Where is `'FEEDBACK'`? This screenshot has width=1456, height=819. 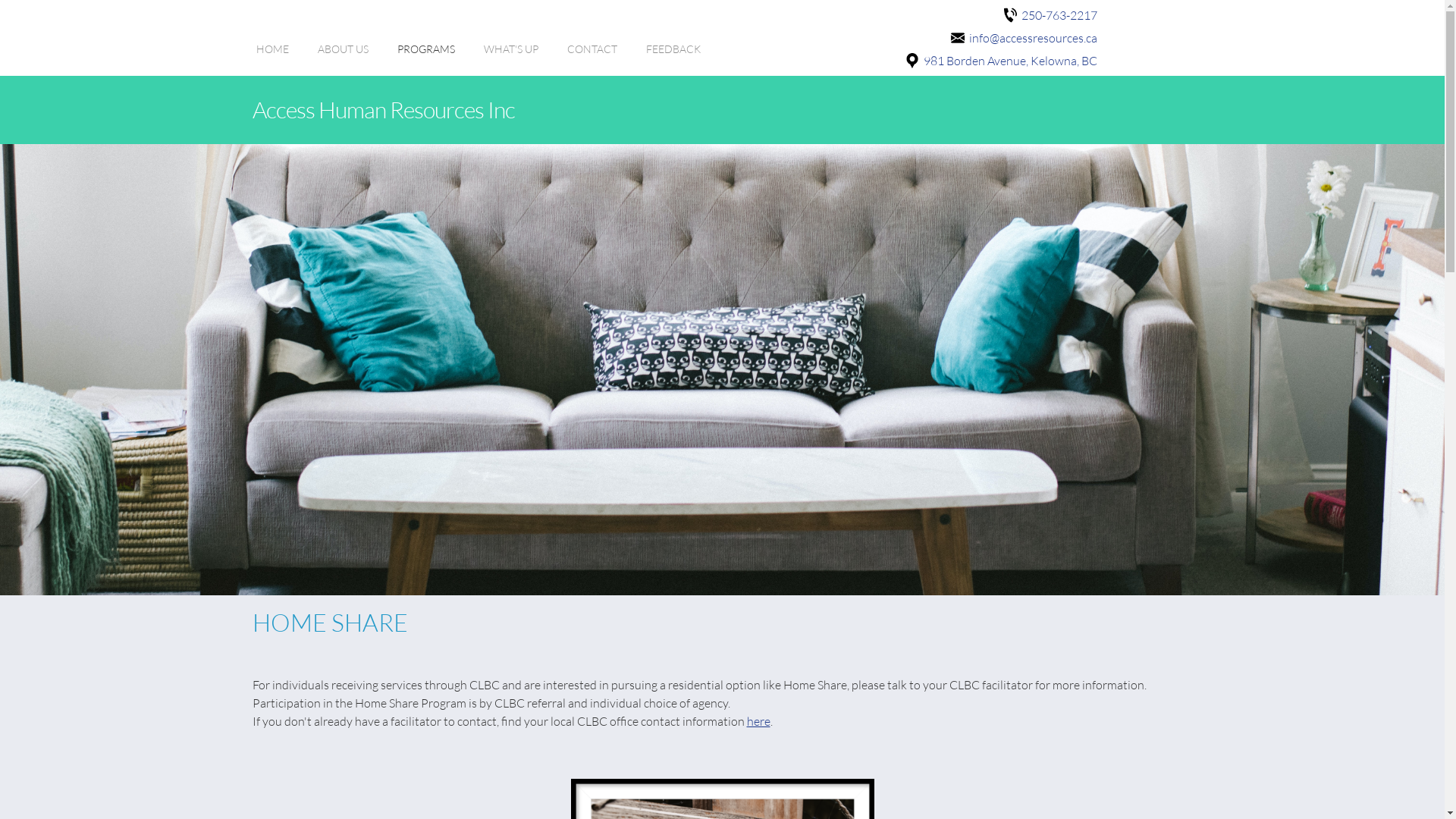 'FEEDBACK' is located at coordinates (673, 55).